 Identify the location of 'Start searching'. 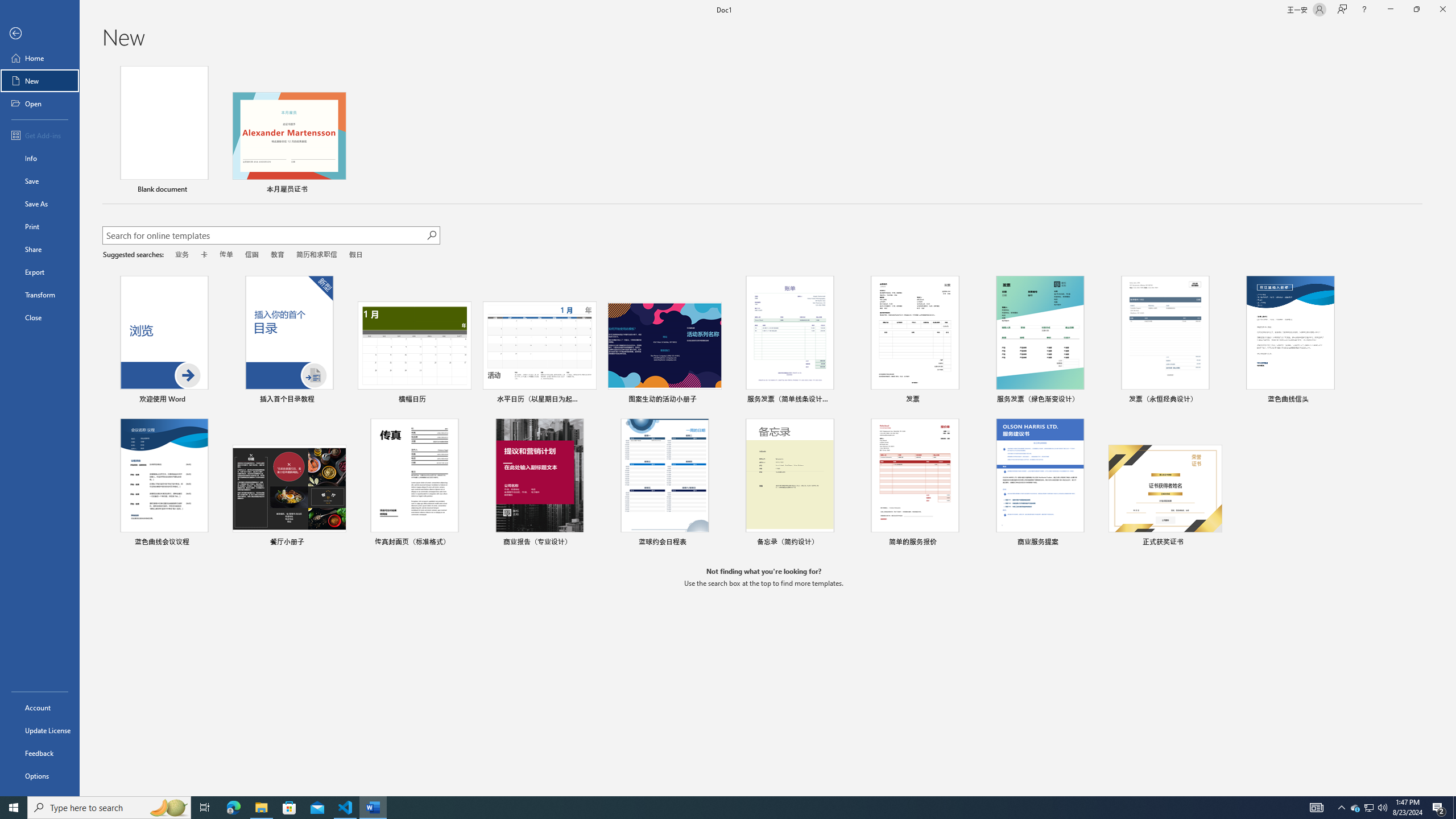
(431, 235).